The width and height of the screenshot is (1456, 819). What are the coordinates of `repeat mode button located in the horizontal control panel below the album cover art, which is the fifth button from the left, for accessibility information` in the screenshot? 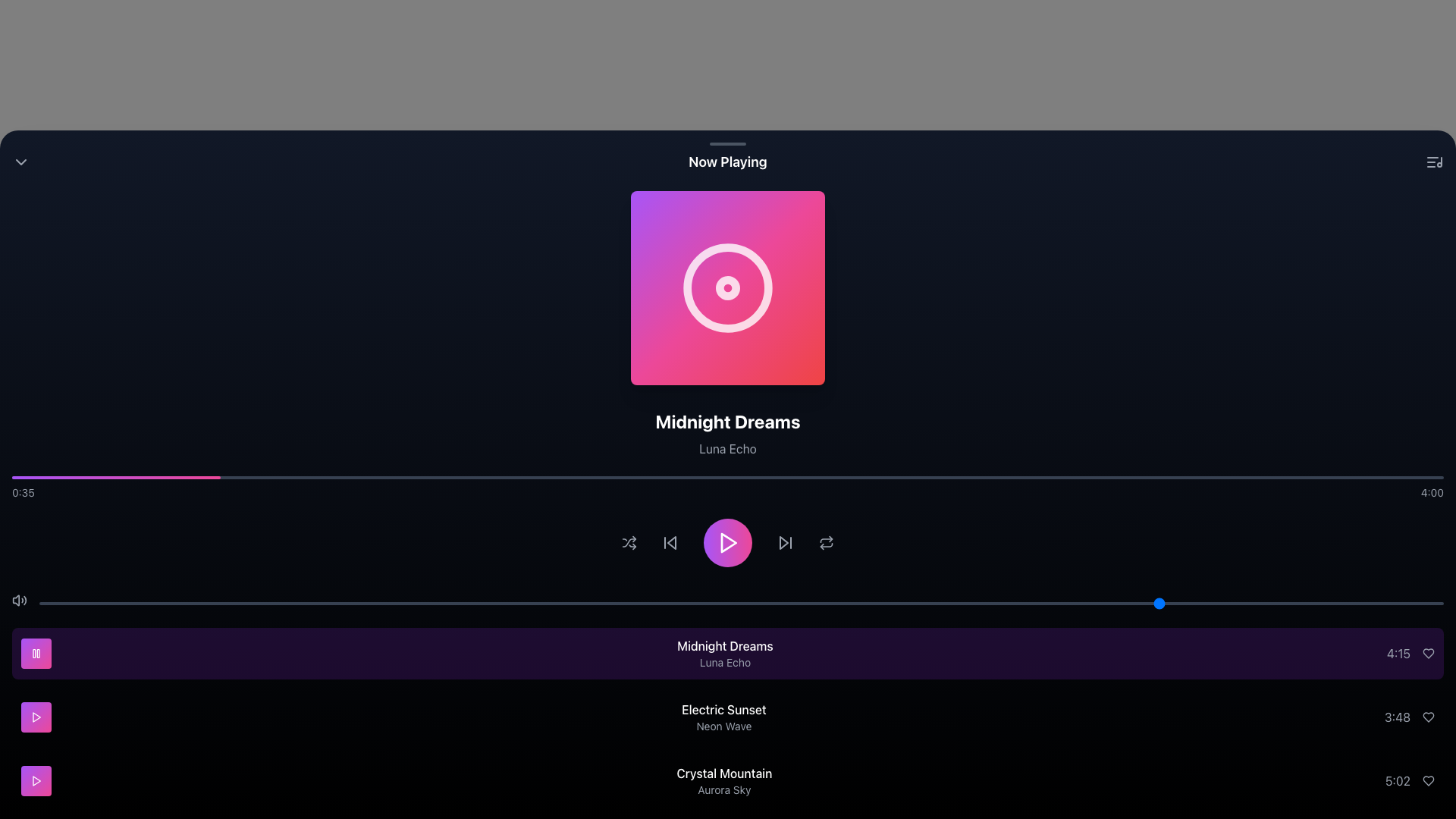 It's located at (825, 542).